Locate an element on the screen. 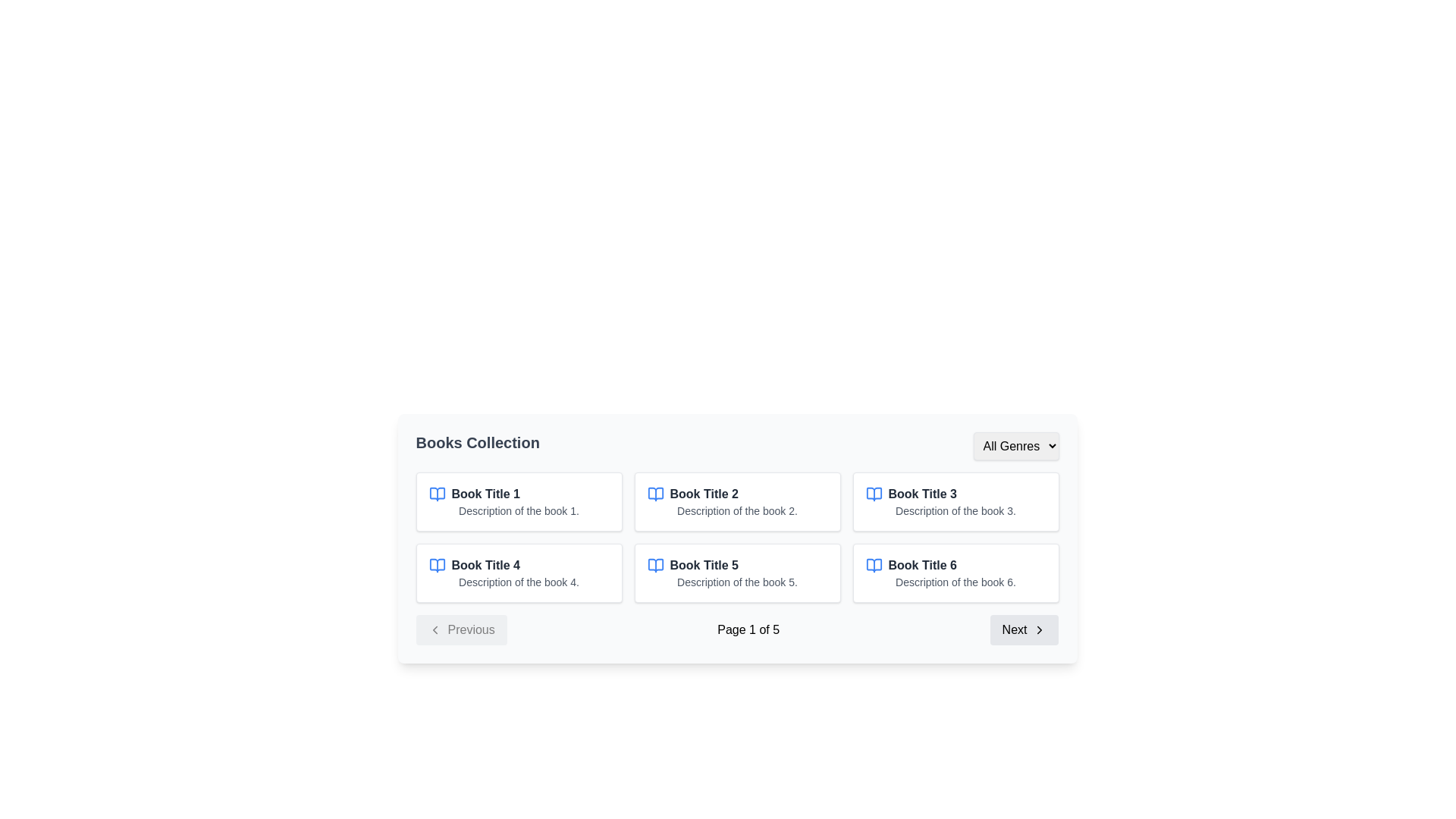 The width and height of the screenshot is (1456, 819). the static text element displaying the pagination information 'Page 1 of 5', which is centrally positioned in the footer navigation section is located at coordinates (748, 629).